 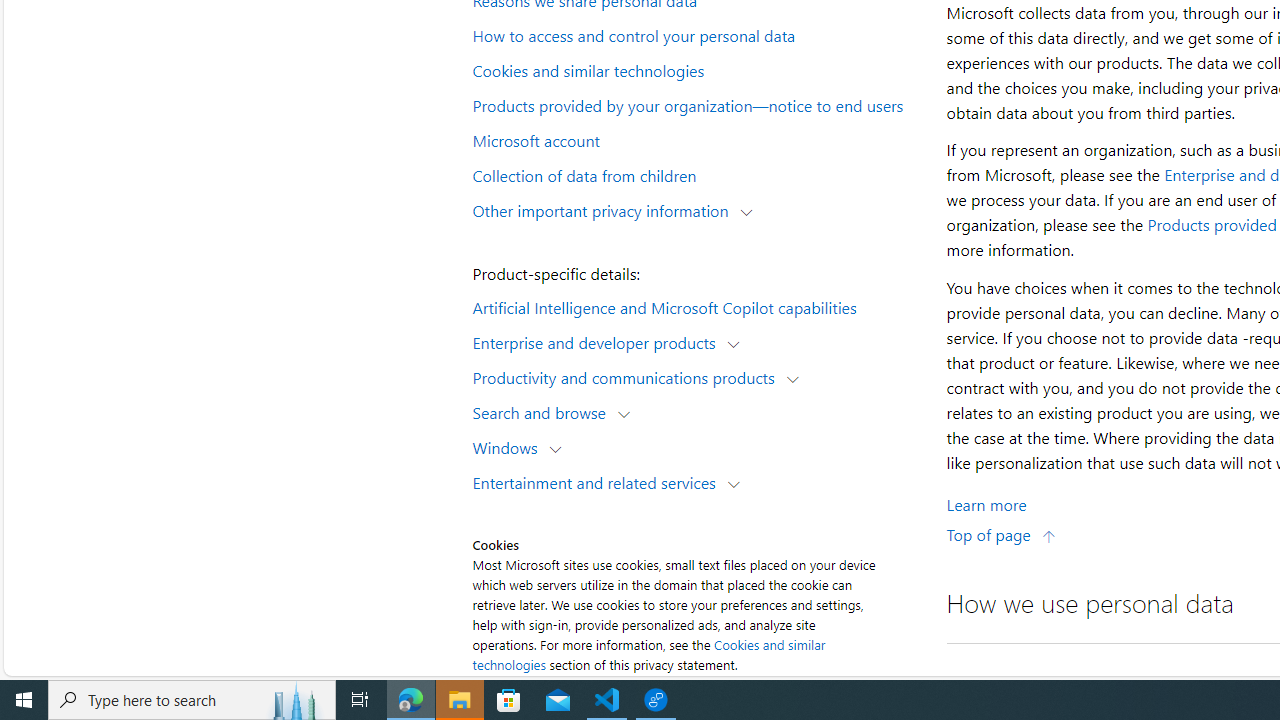 I want to click on 'Entertainment and related services', so click(x=598, y=482).